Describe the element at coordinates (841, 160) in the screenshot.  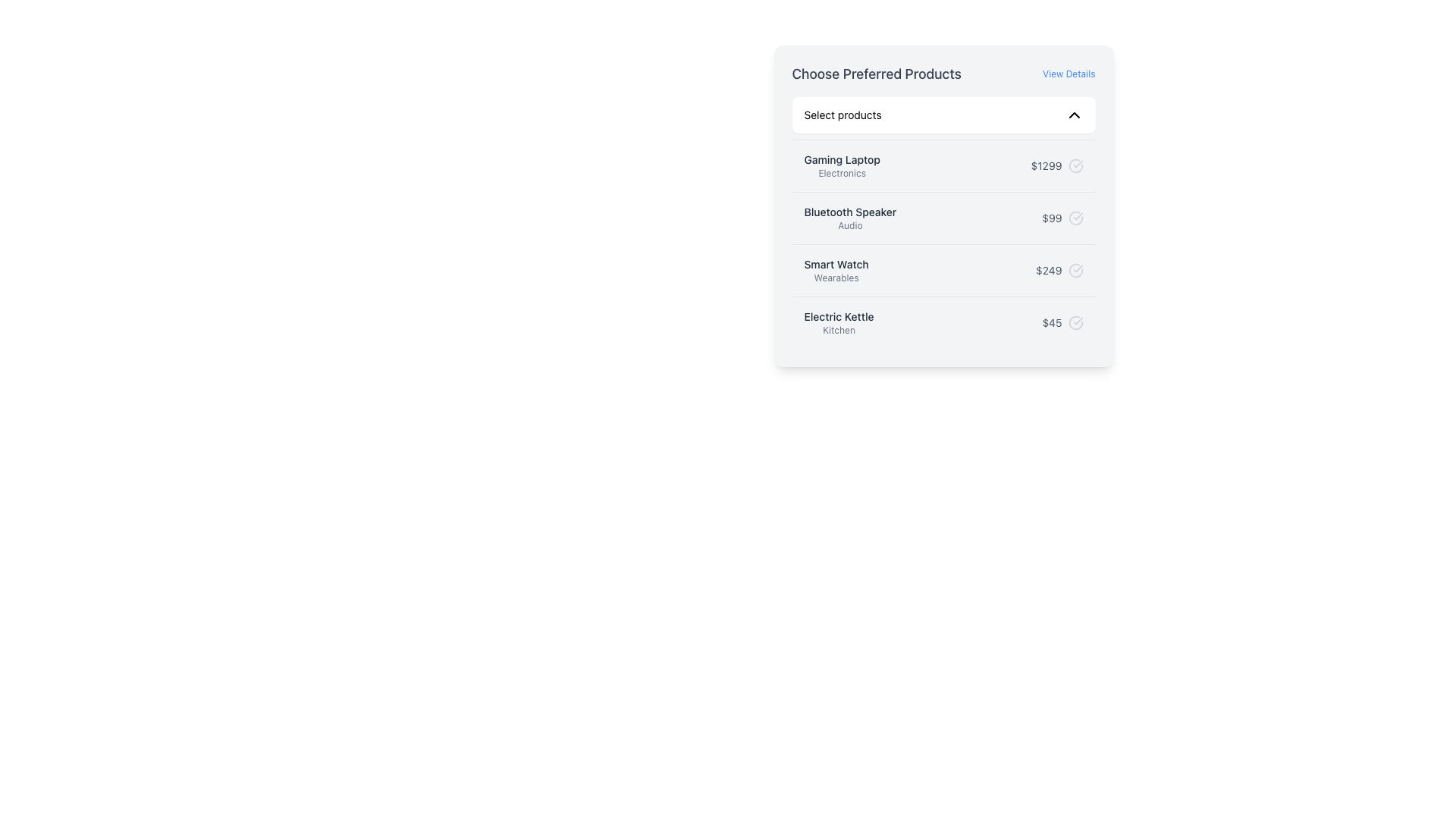
I see `the static text label displaying 'Gaming Laptop', which is styled in gray and located above the descriptive text 'Electronics'` at that location.